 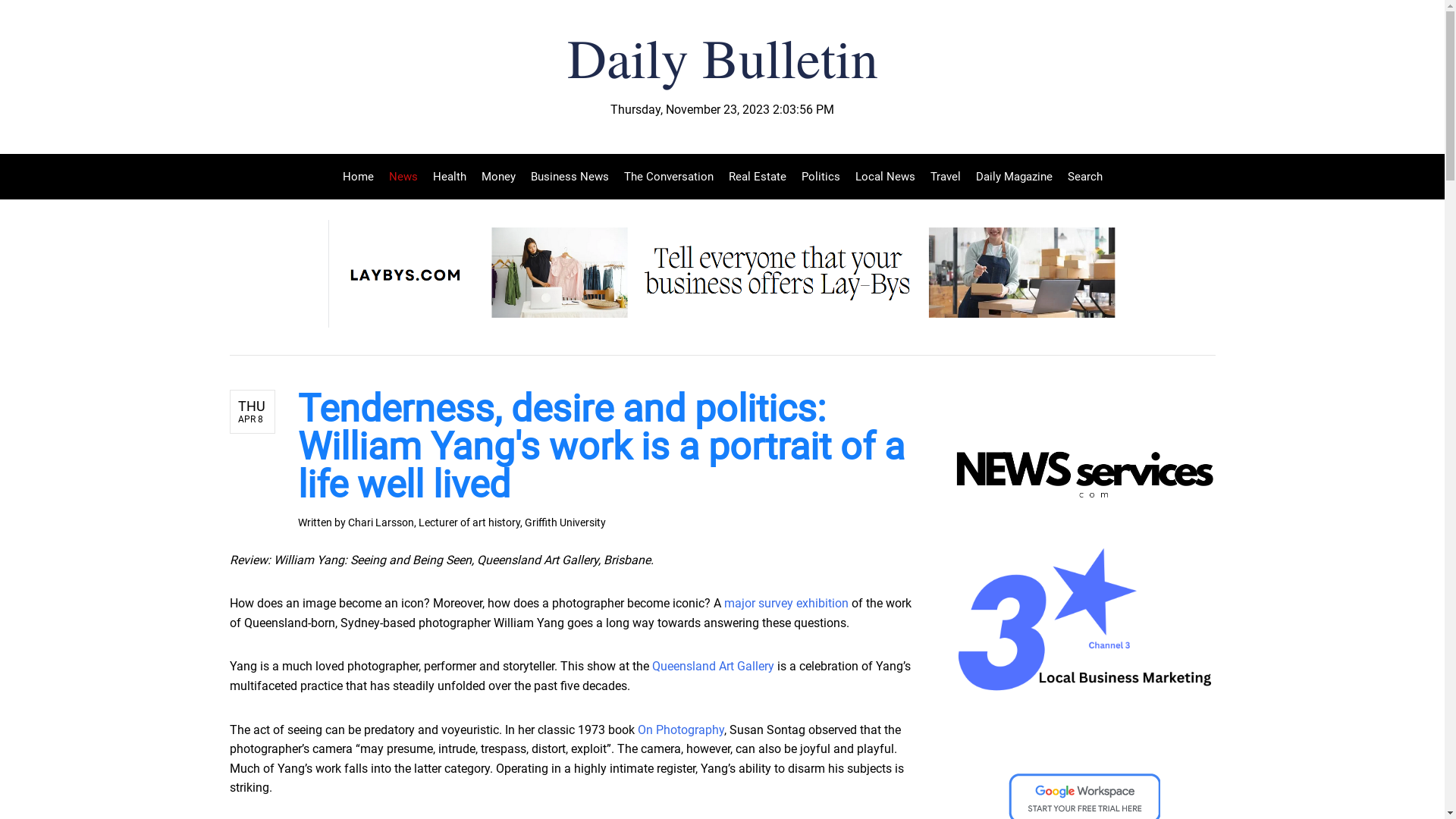 What do you see at coordinates (1080, 175) in the screenshot?
I see `'Search'` at bounding box center [1080, 175].